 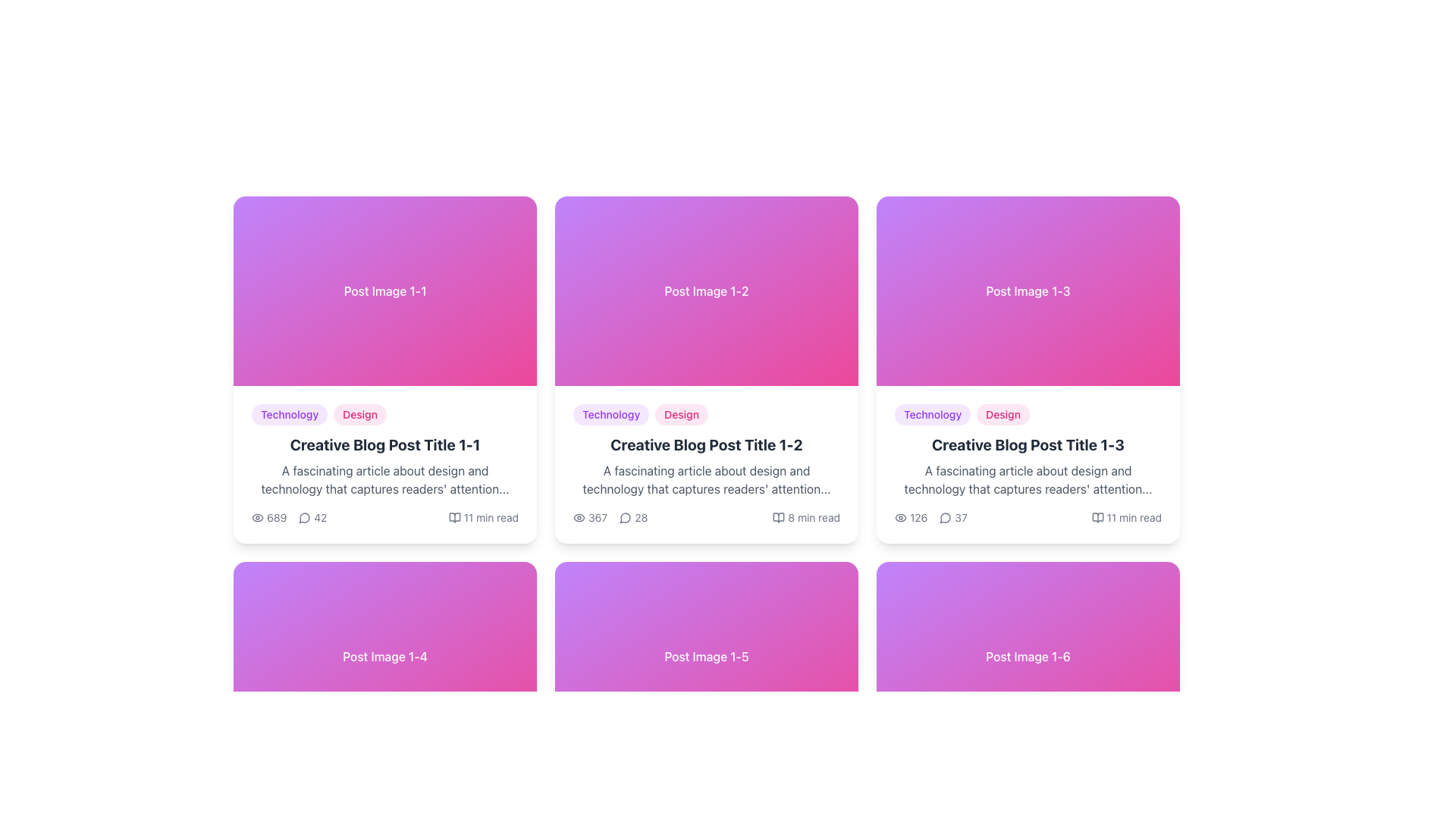 I want to click on the open book icon located at the bottom-right corner of the 'Creative Blog Post Title 1-1' card, adjacent to the '11 min read' text, so click(x=453, y=516).